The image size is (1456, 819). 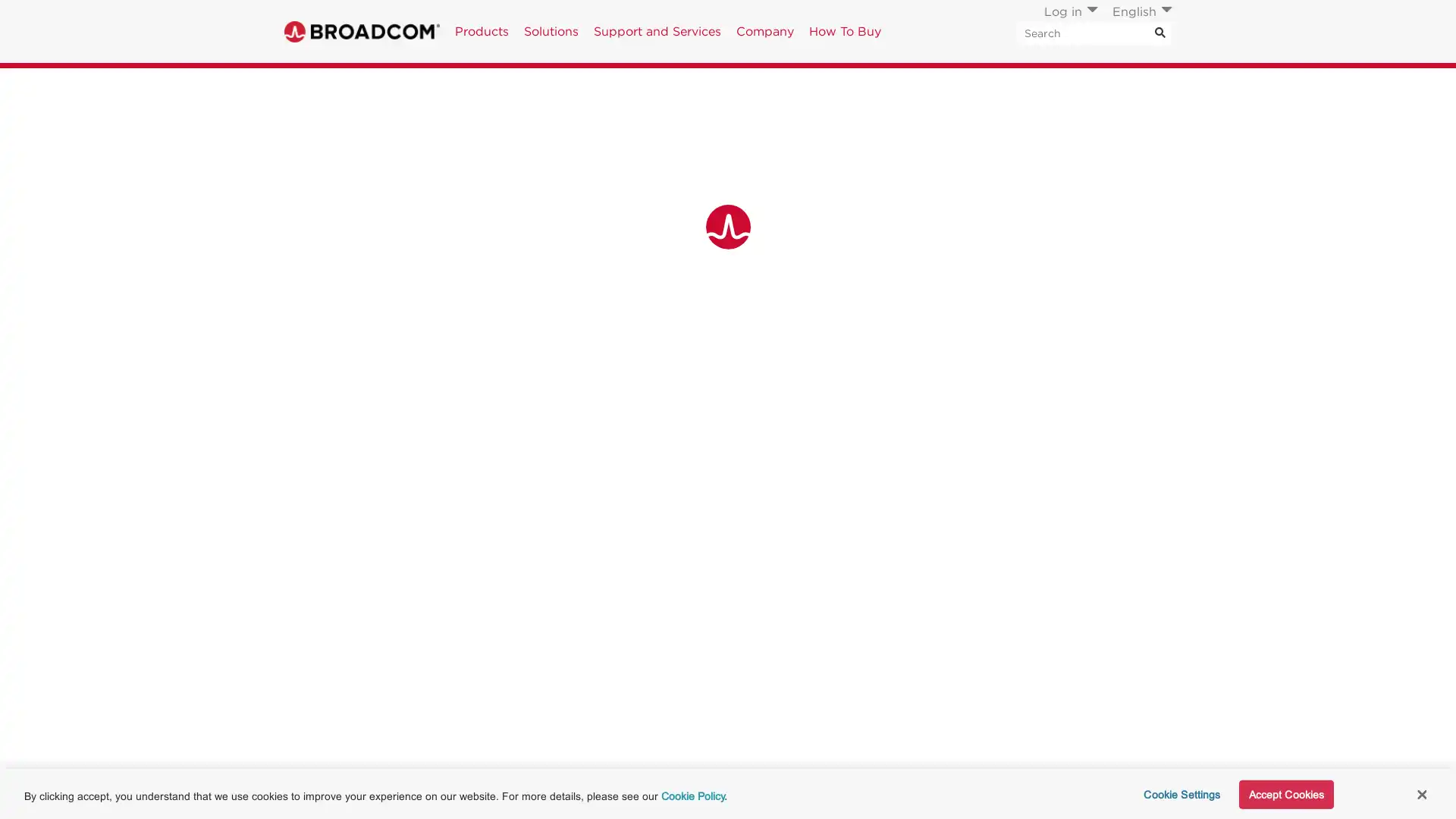 What do you see at coordinates (657, 31) in the screenshot?
I see `Support and Services` at bounding box center [657, 31].